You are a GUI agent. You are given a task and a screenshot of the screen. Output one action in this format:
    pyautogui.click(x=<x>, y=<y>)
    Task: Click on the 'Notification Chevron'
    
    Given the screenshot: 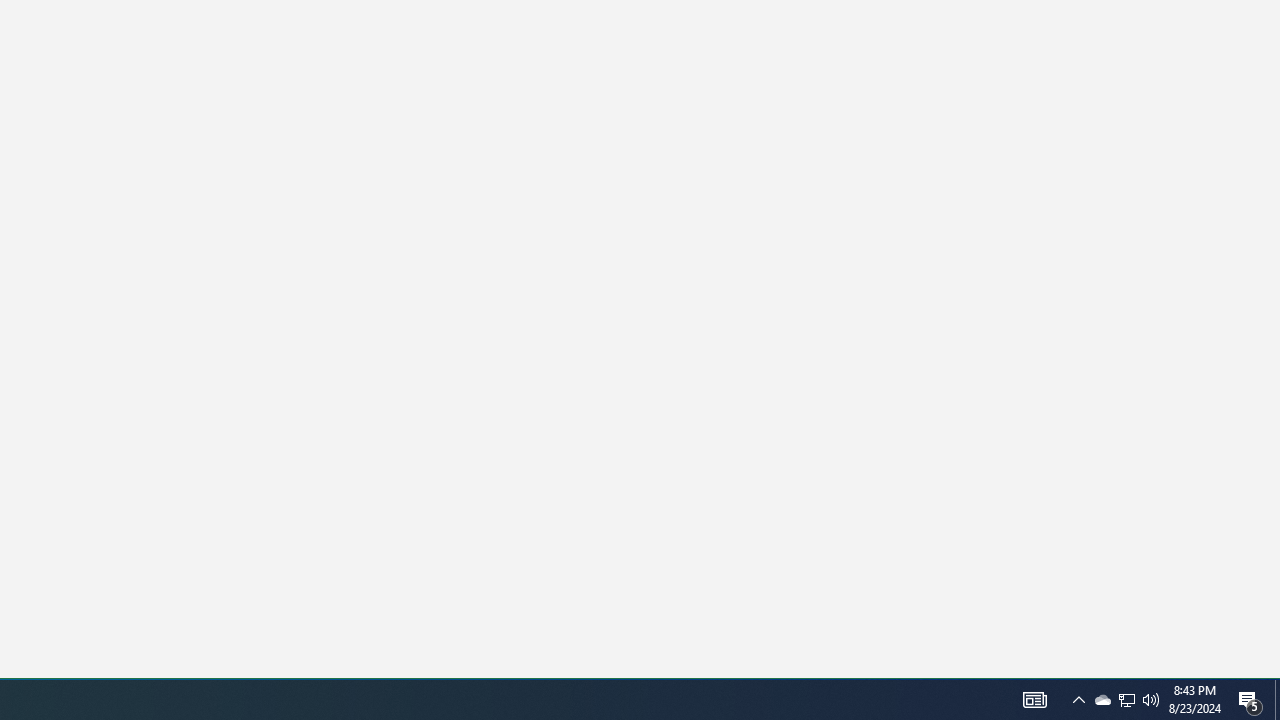 What is the action you would take?
    pyautogui.click(x=1127, y=698)
    